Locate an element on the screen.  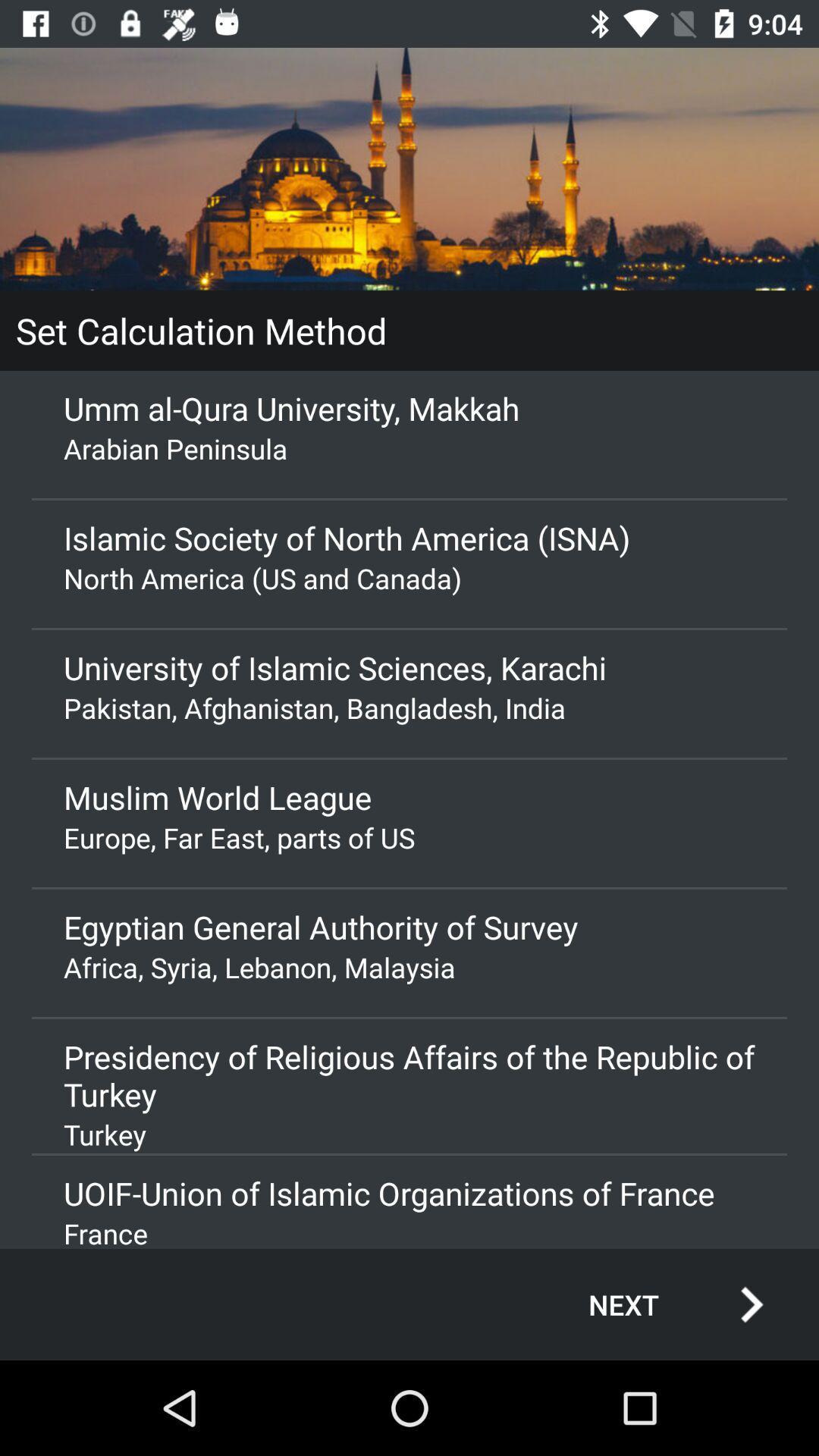
the app below pakistan afghanistan bangladesh item is located at coordinates (409, 796).